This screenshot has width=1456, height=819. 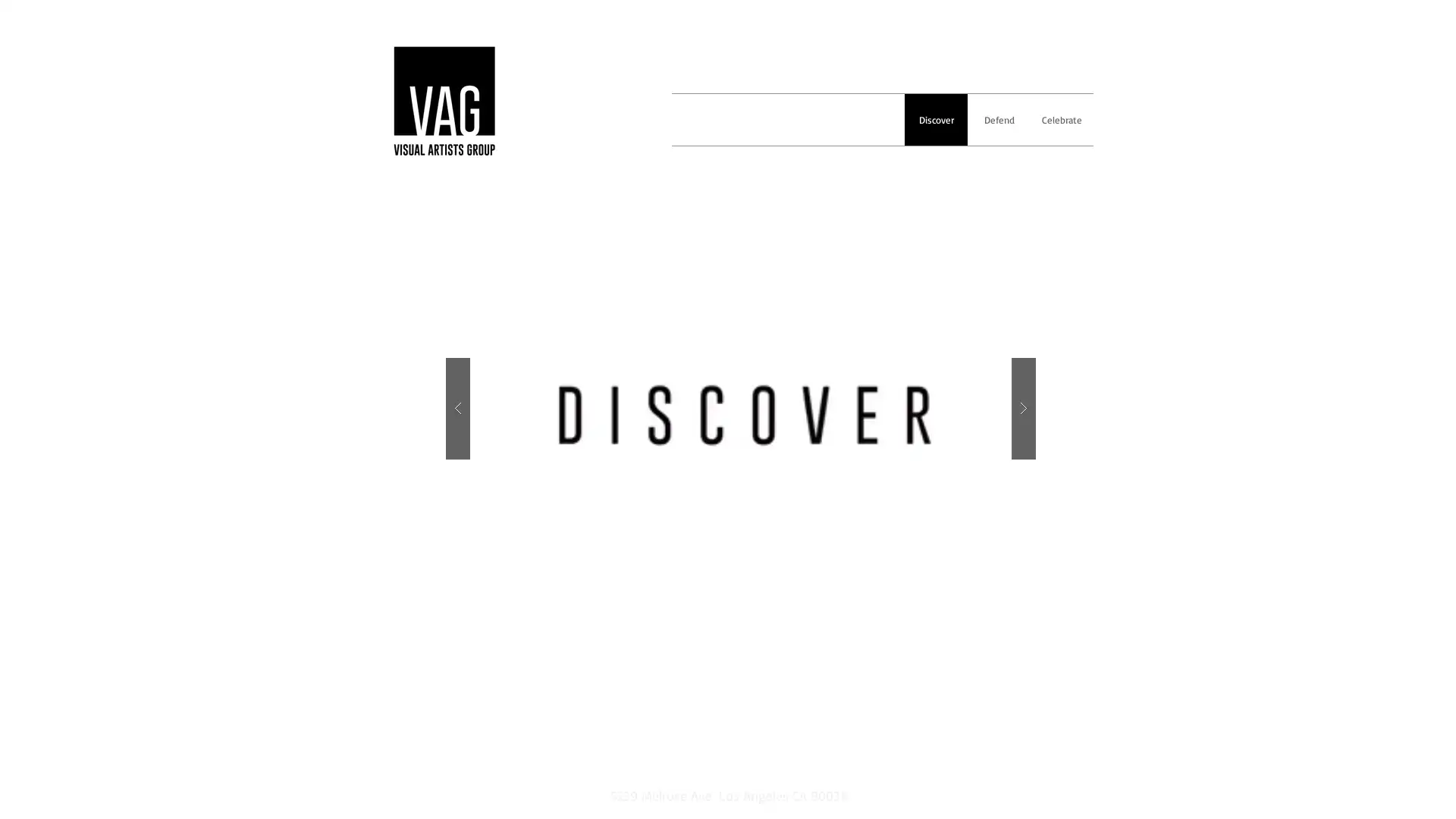 What do you see at coordinates (1023, 408) in the screenshot?
I see `next` at bounding box center [1023, 408].